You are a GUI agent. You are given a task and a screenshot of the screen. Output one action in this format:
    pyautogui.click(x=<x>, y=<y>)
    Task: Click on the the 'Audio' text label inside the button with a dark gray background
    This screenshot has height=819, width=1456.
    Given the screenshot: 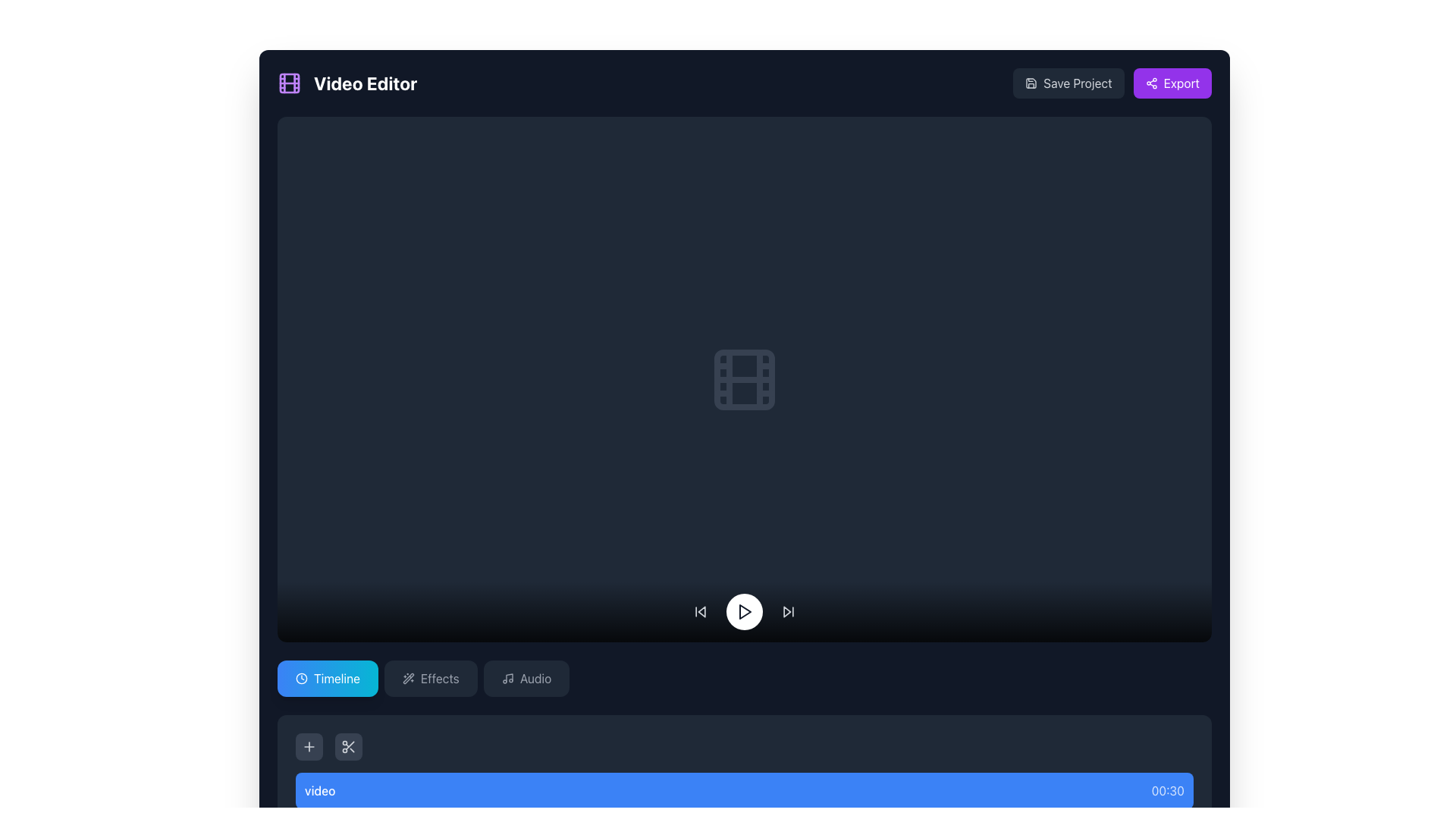 What is the action you would take?
    pyautogui.click(x=535, y=677)
    